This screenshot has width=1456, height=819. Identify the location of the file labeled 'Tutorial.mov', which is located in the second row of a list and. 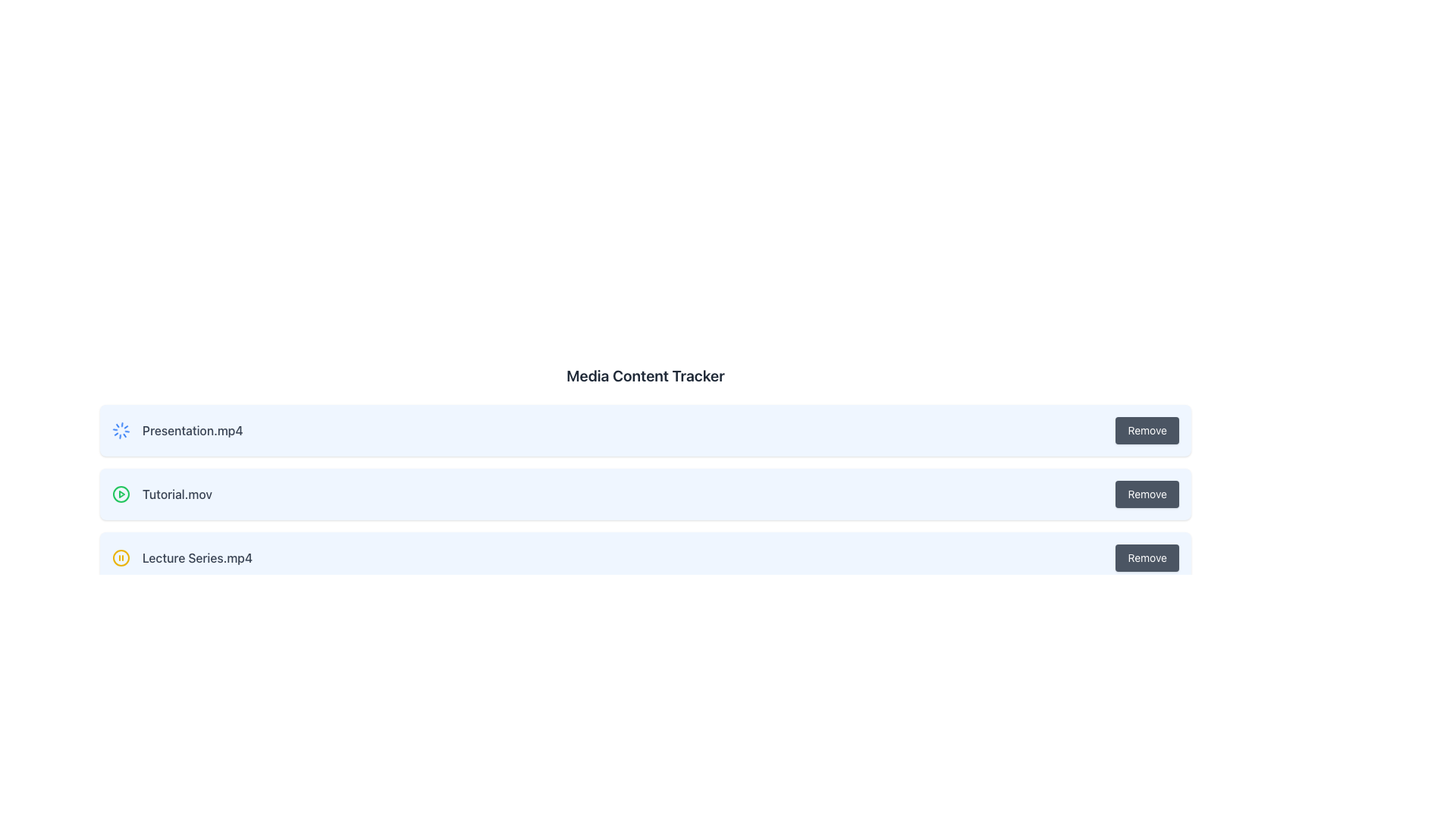
(177, 494).